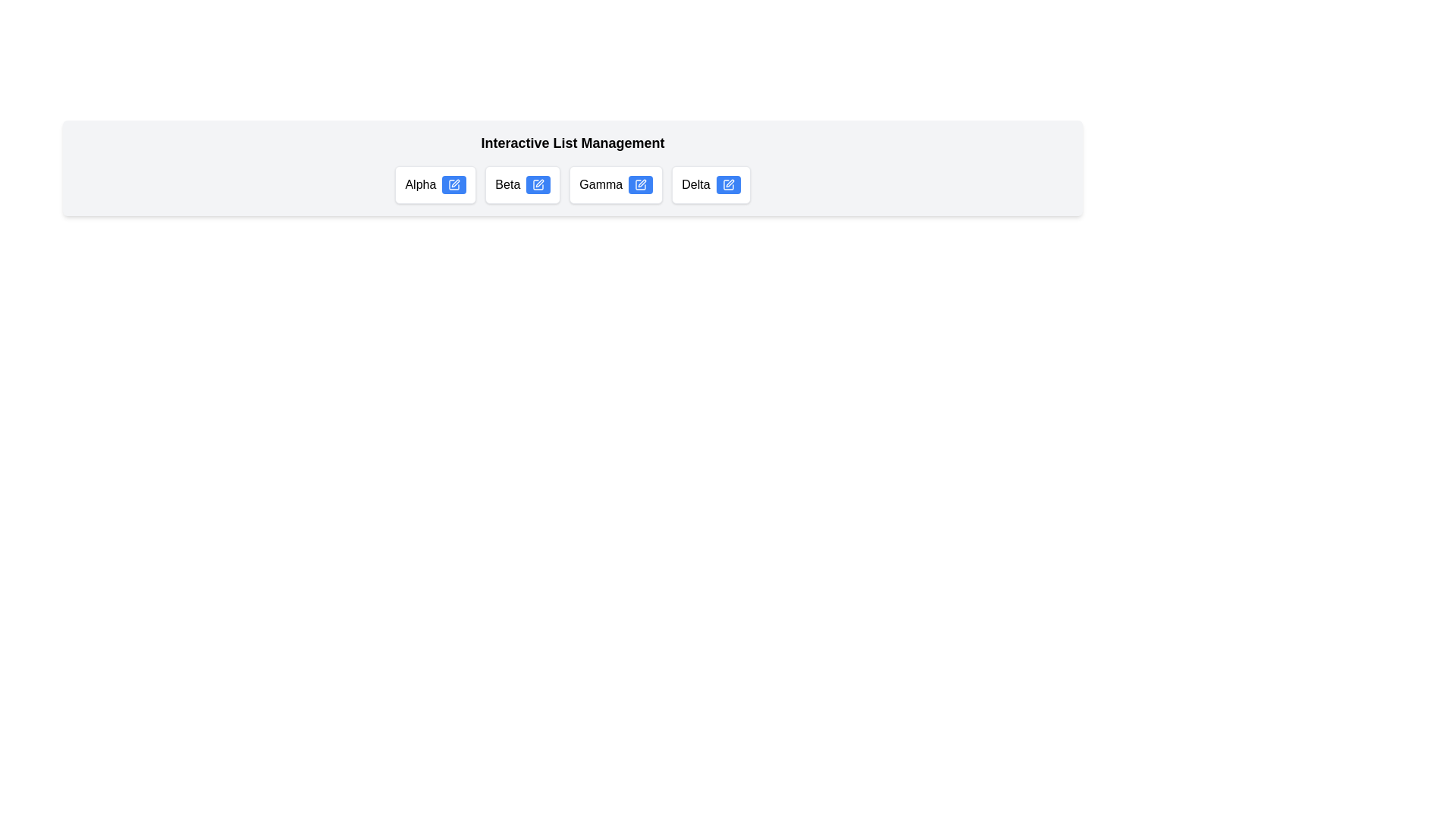  I want to click on the action button used for editing or modifying data associated with the label 'Beta', which is the second button in the list of interactive buttons, so click(538, 184).